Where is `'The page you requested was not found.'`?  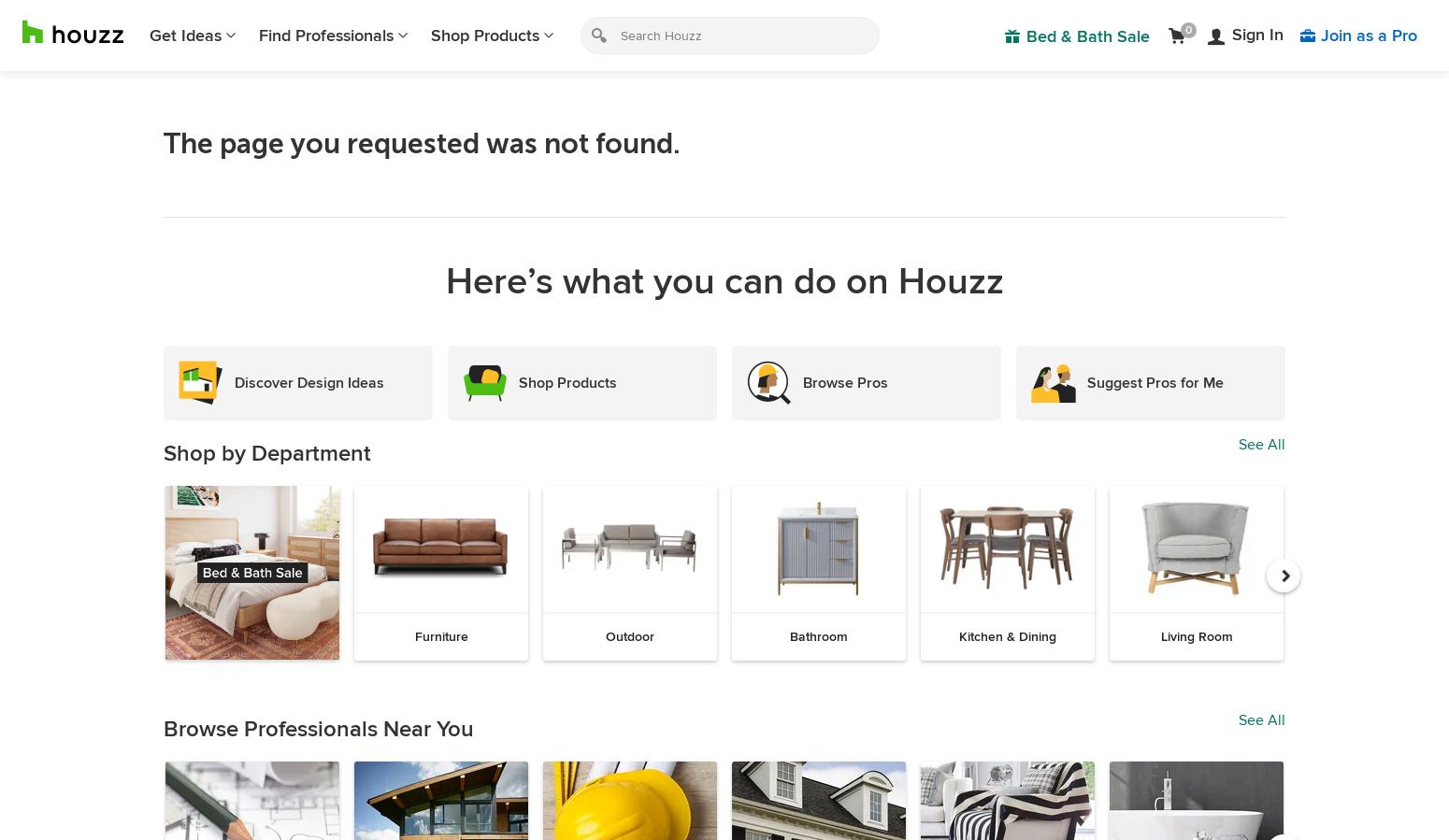
'The page you requested was not found.' is located at coordinates (422, 143).